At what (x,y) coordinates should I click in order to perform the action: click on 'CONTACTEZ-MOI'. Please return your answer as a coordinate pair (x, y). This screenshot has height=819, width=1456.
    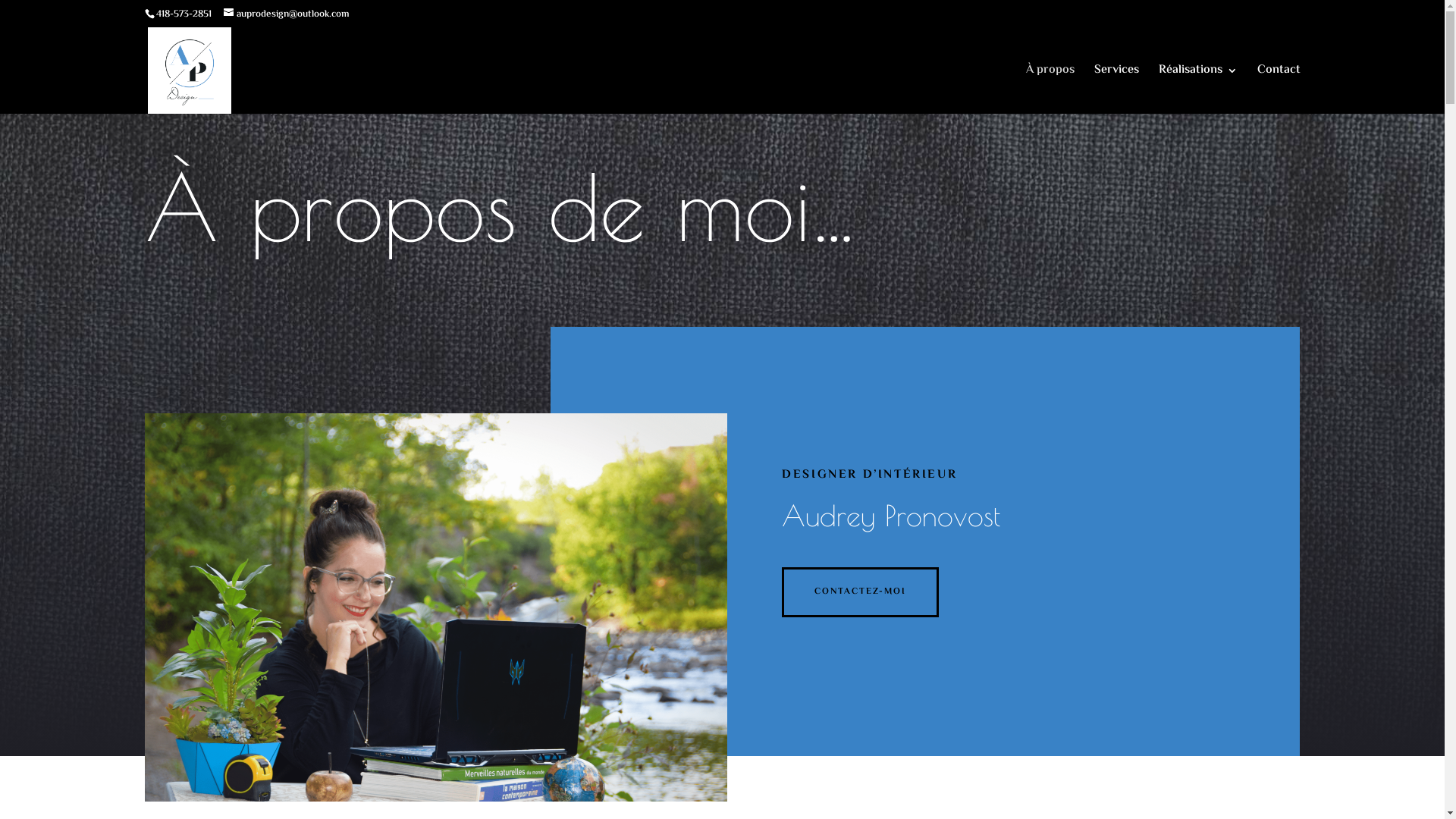
    Looking at the image, I should click on (860, 591).